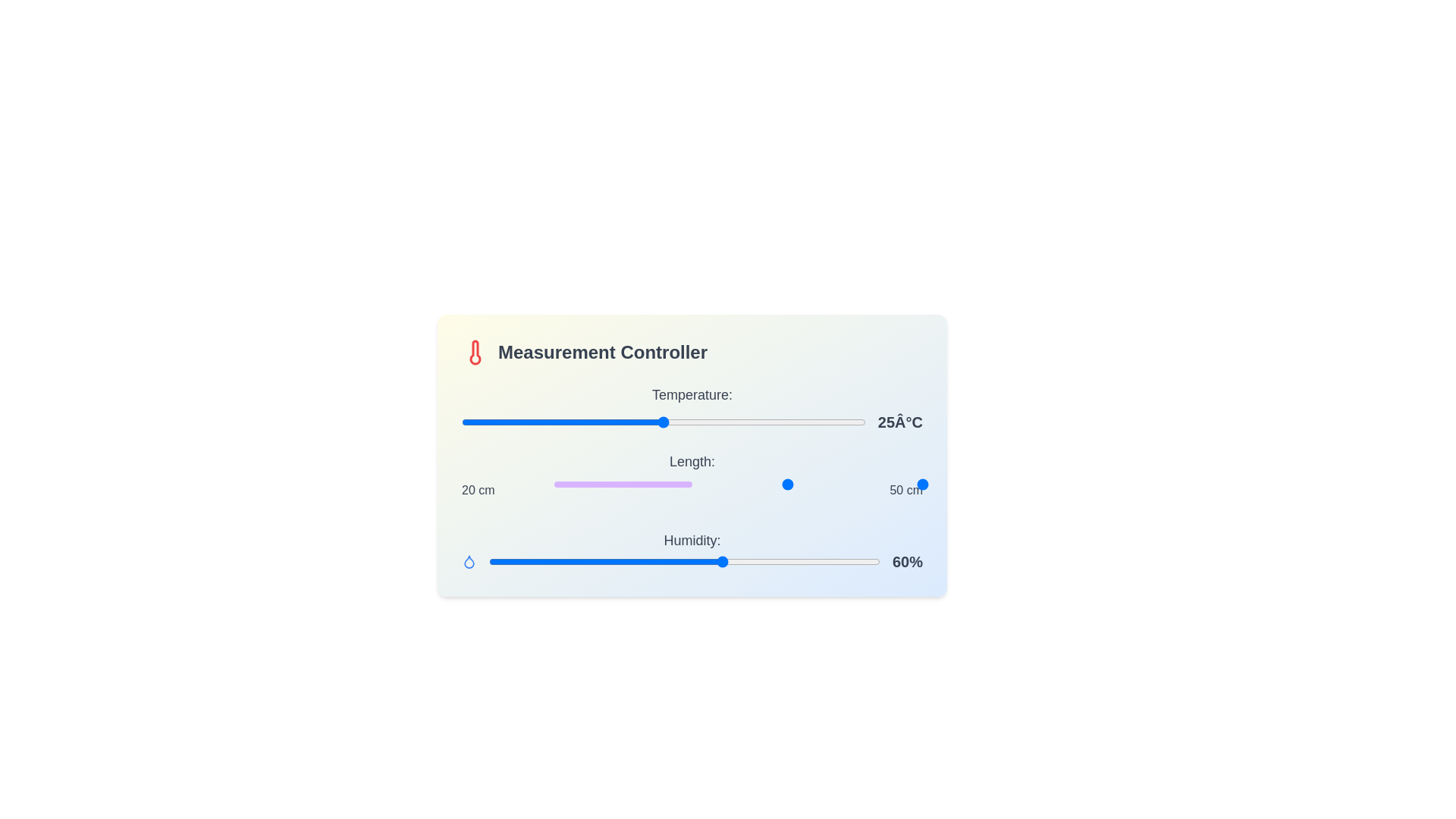  I want to click on the slider value, so click(954, 485).